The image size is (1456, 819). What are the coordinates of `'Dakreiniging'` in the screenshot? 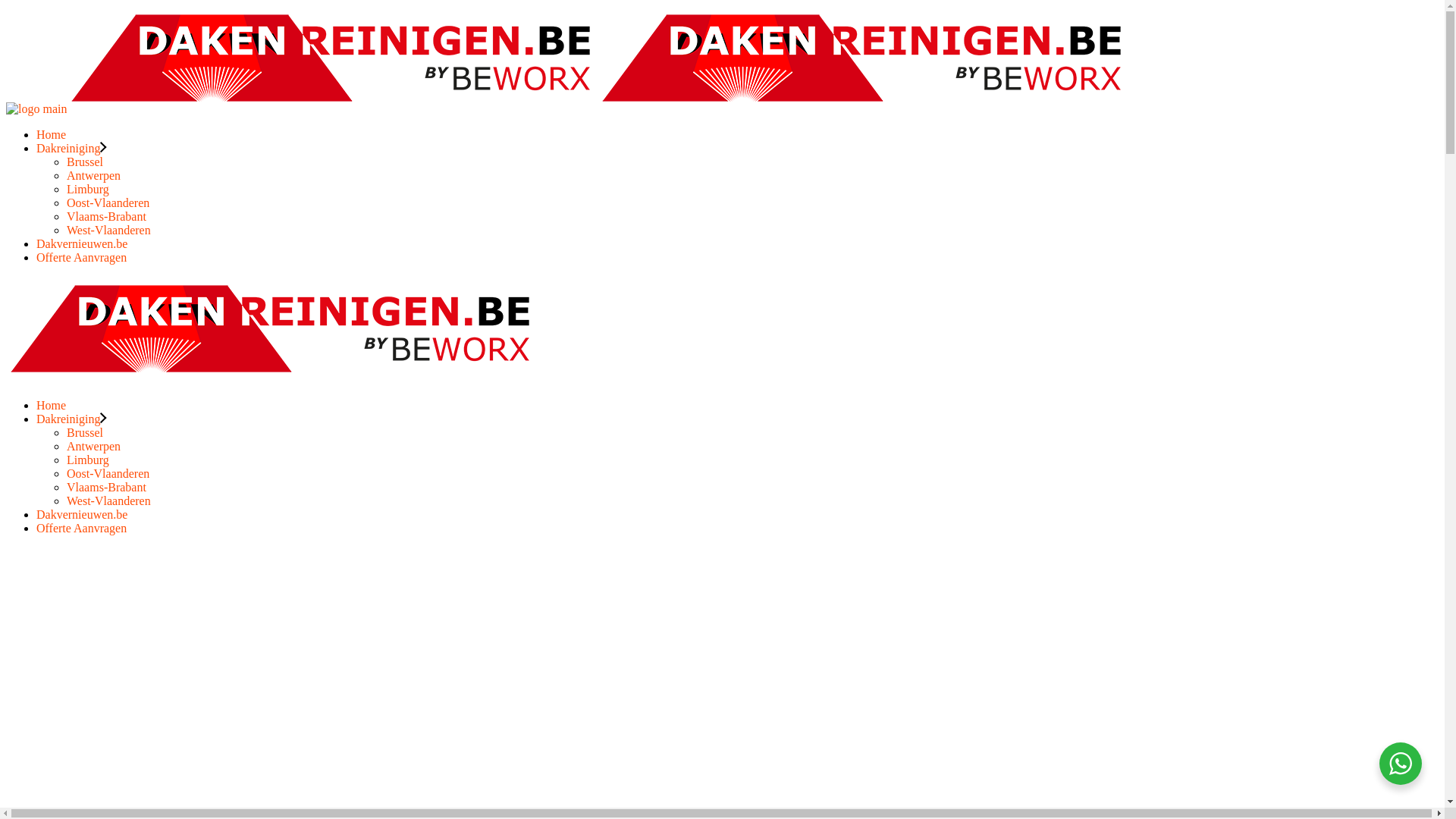 It's located at (67, 419).